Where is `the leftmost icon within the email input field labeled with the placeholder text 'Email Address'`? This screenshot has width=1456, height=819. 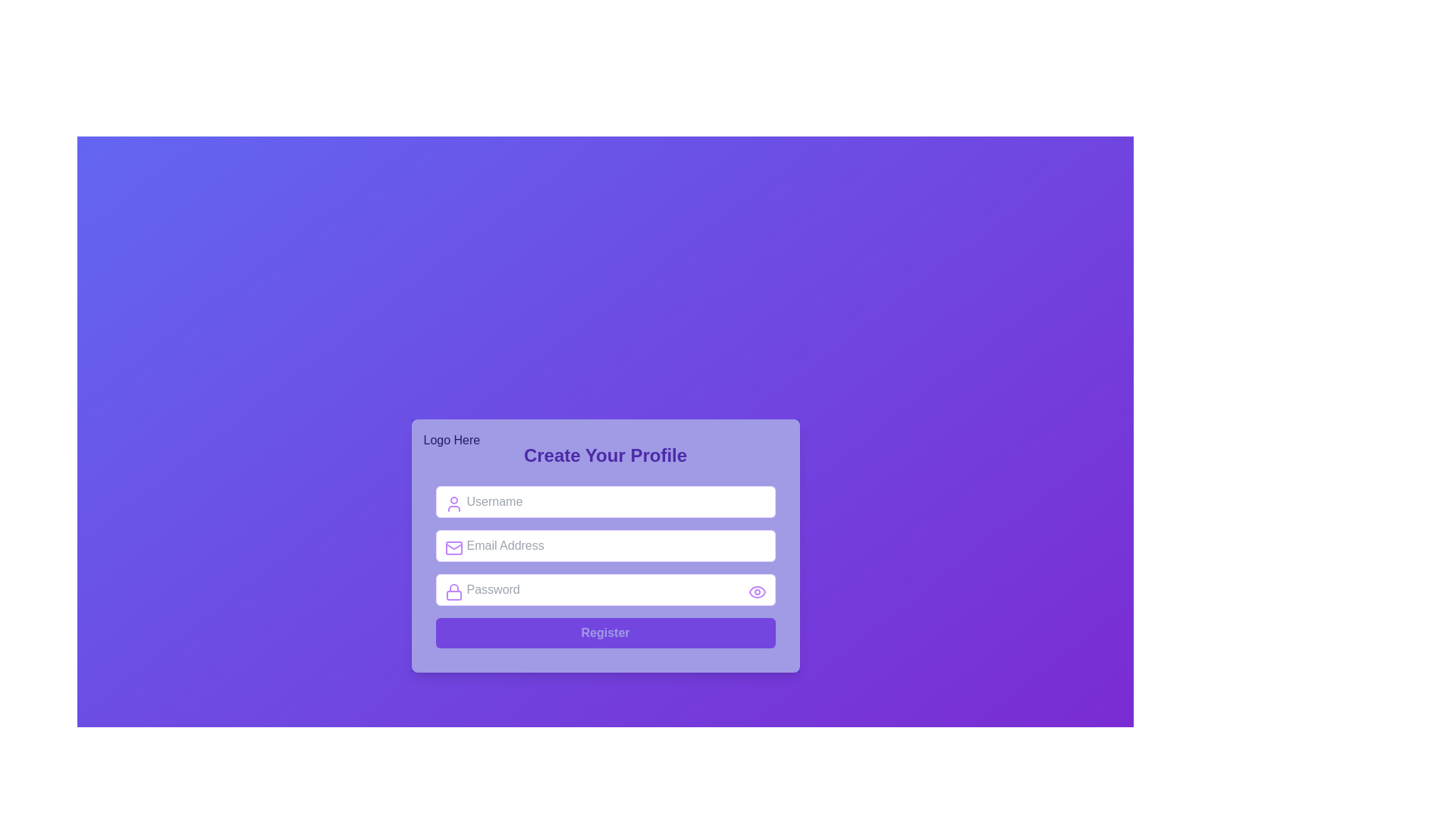 the leftmost icon within the email input field labeled with the placeholder text 'Email Address' is located at coordinates (453, 548).